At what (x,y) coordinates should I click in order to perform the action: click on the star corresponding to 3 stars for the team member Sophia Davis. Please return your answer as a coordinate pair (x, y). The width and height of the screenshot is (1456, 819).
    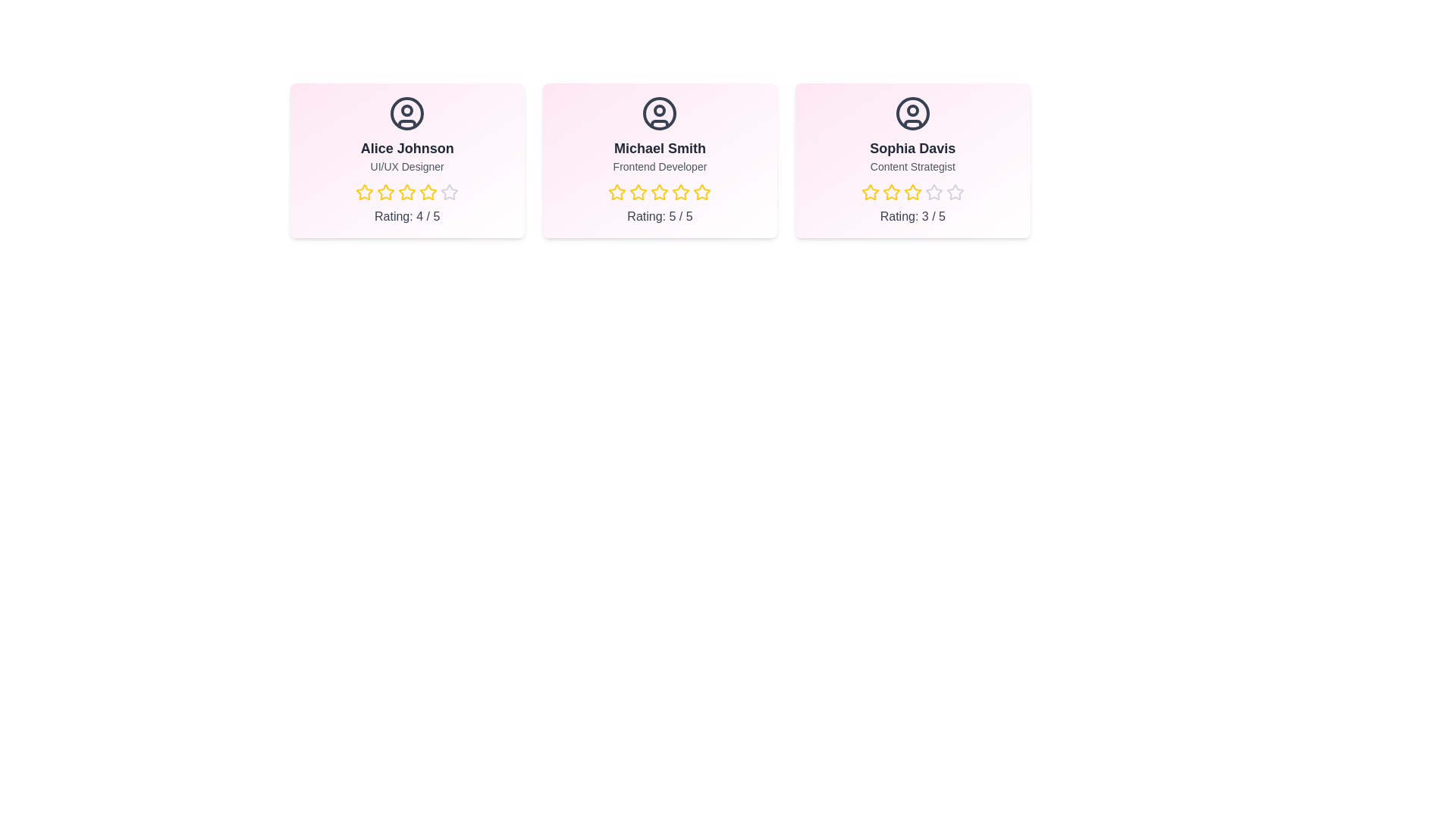
    Looking at the image, I should click on (912, 192).